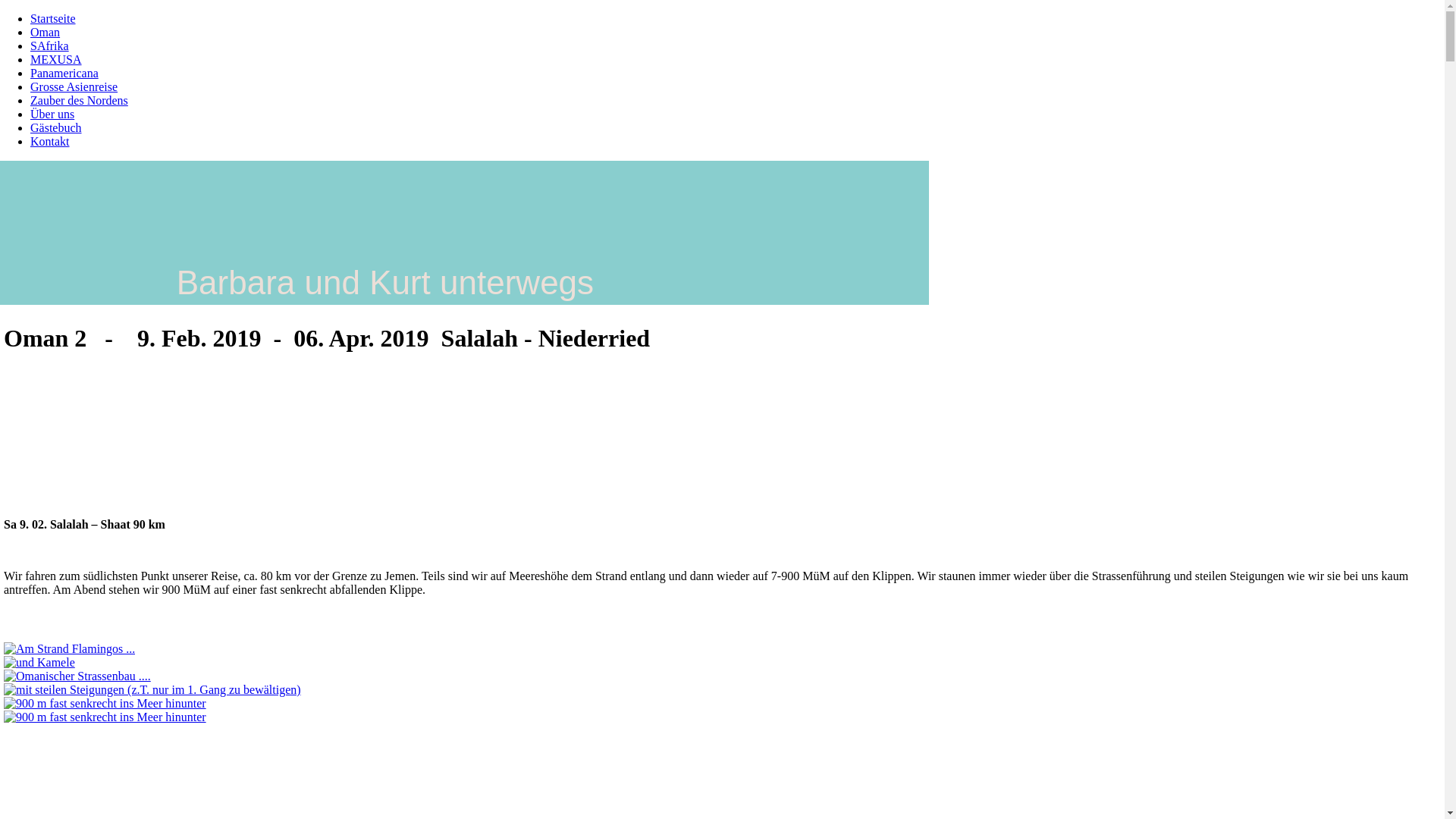  I want to click on 'Startseite', so click(53, 18).